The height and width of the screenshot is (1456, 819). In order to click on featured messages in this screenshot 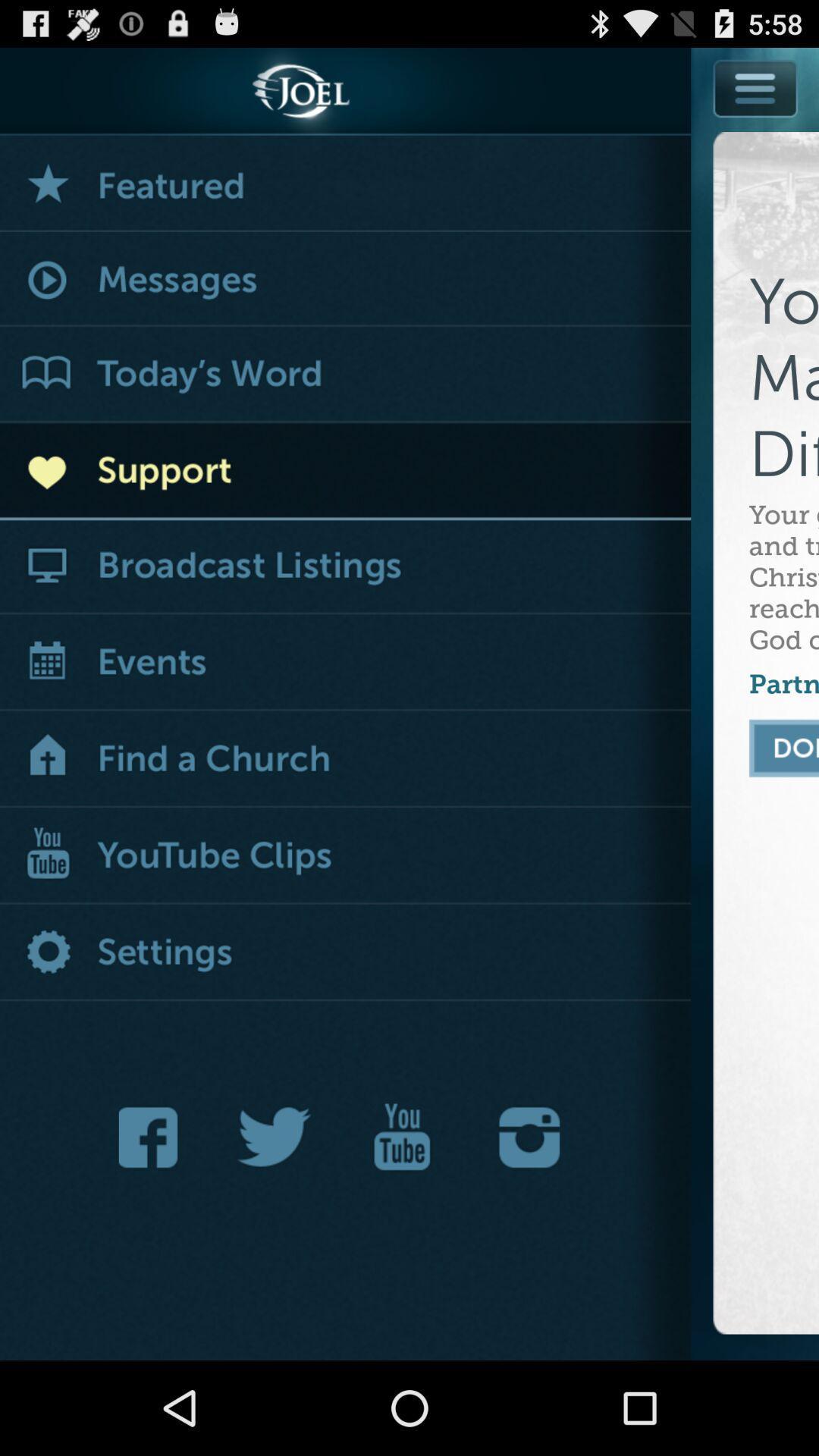, I will do `click(345, 183)`.